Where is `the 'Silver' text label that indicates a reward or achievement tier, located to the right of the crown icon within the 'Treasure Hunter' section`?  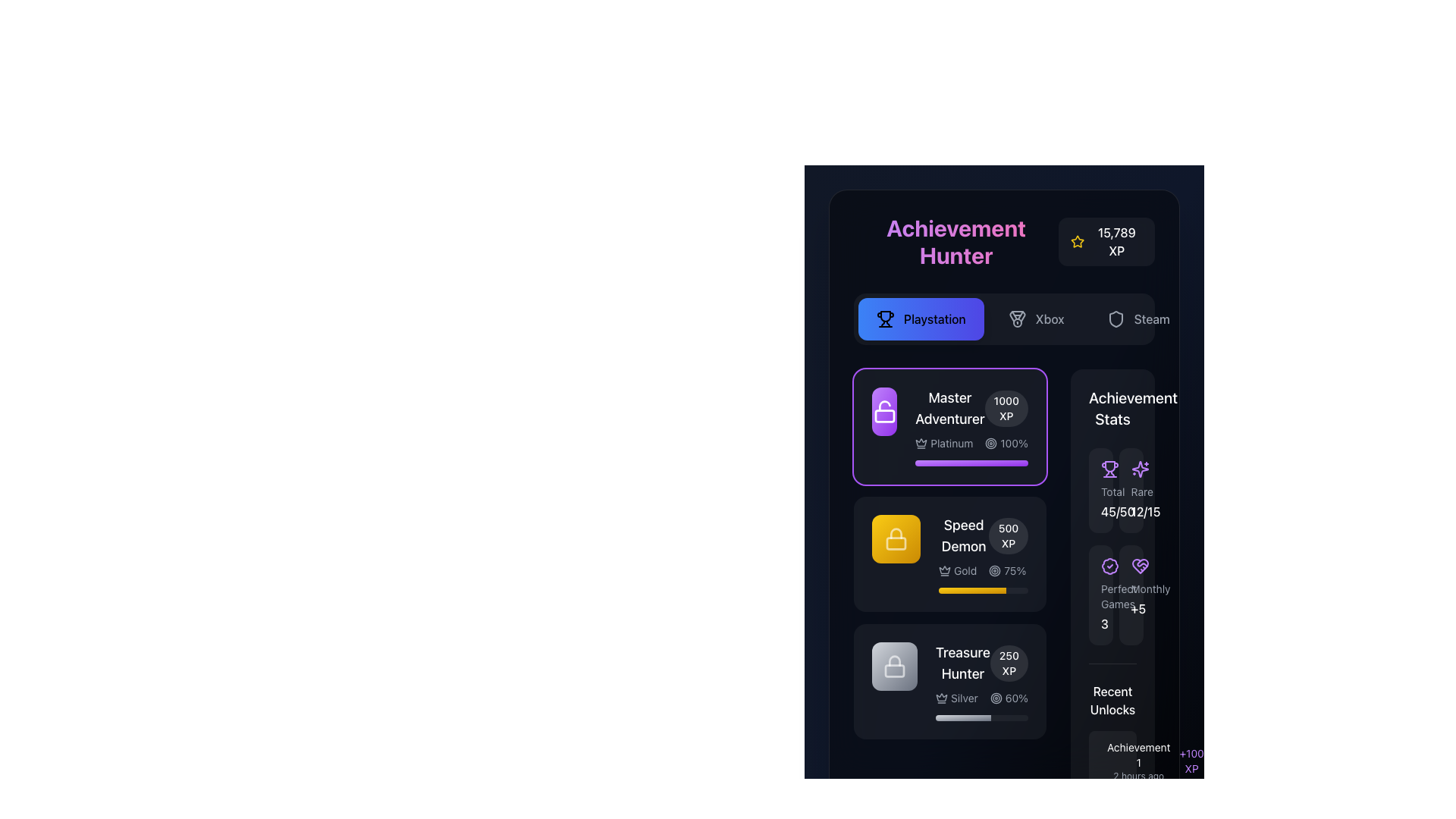 the 'Silver' text label that indicates a reward or achievement tier, located to the right of the crown icon within the 'Treasure Hunter' section is located at coordinates (964, 698).